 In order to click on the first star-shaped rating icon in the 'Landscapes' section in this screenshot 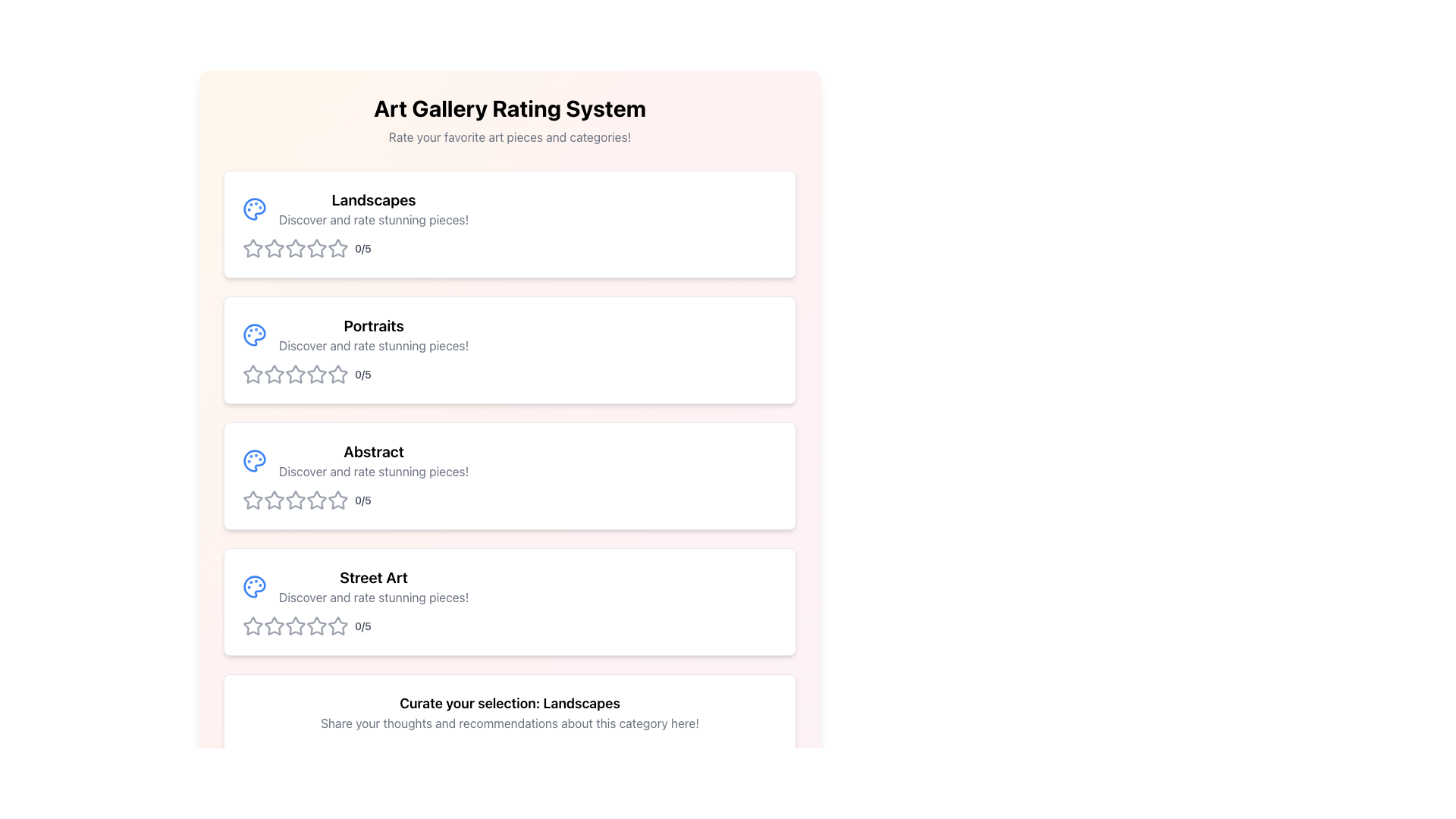, I will do `click(253, 247)`.